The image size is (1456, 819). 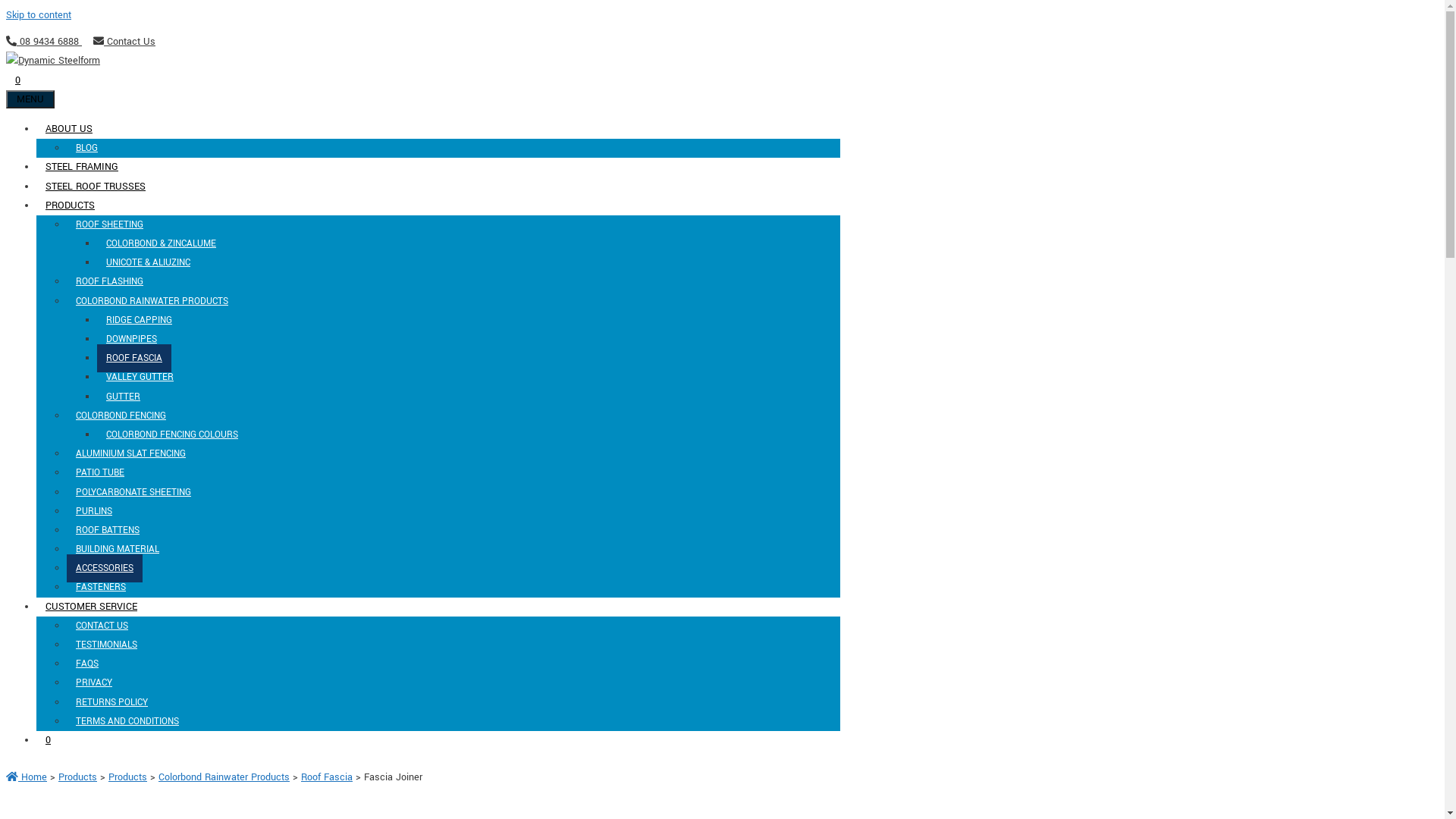 What do you see at coordinates (124, 40) in the screenshot?
I see `'Contact Us'` at bounding box center [124, 40].